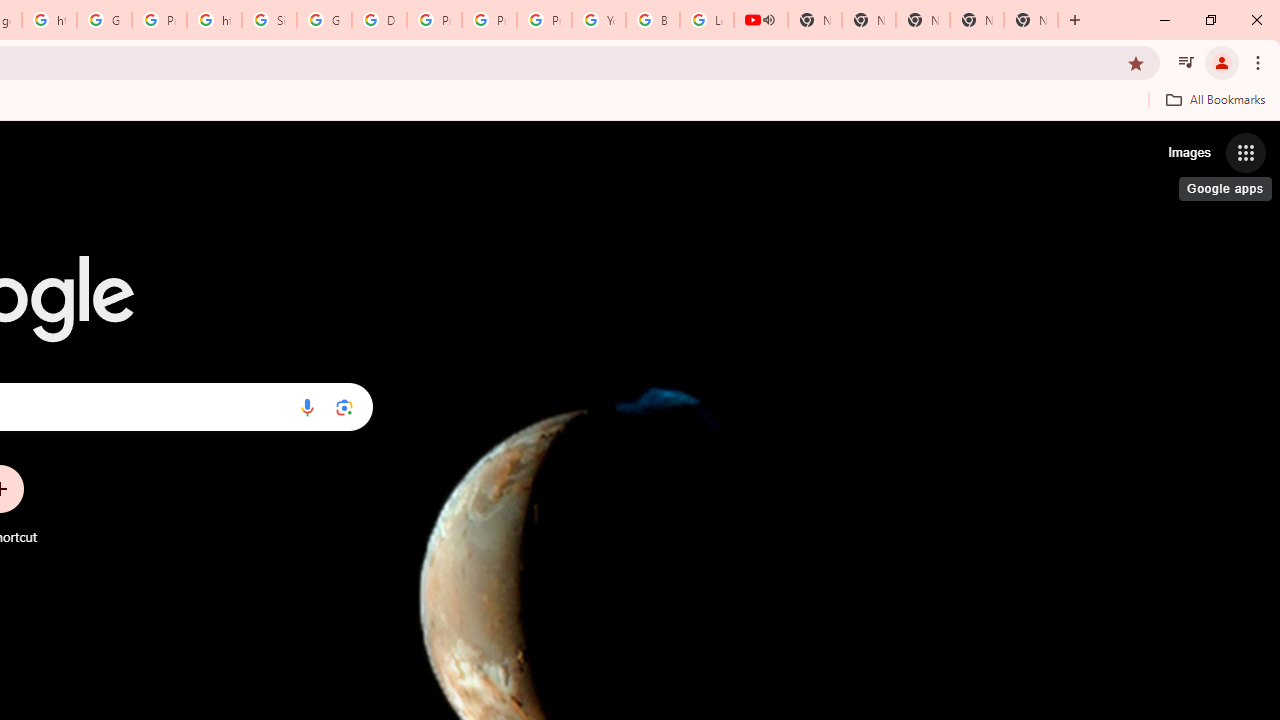 This screenshot has width=1280, height=720. What do you see at coordinates (1165, 20) in the screenshot?
I see `'Minimize'` at bounding box center [1165, 20].